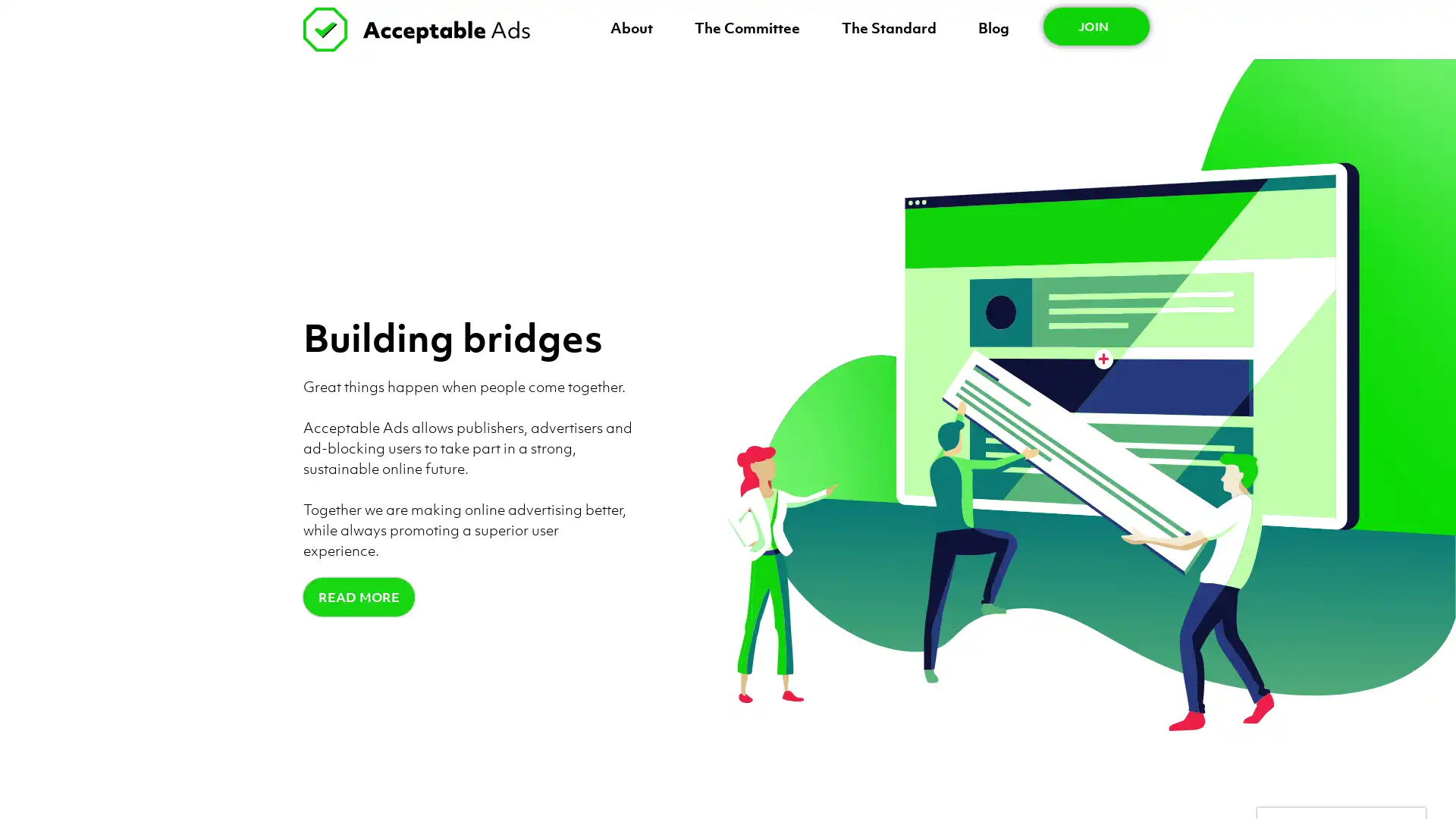  Describe the element at coordinates (358, 595) in the screenshot. I see `READ MORE` at that location.